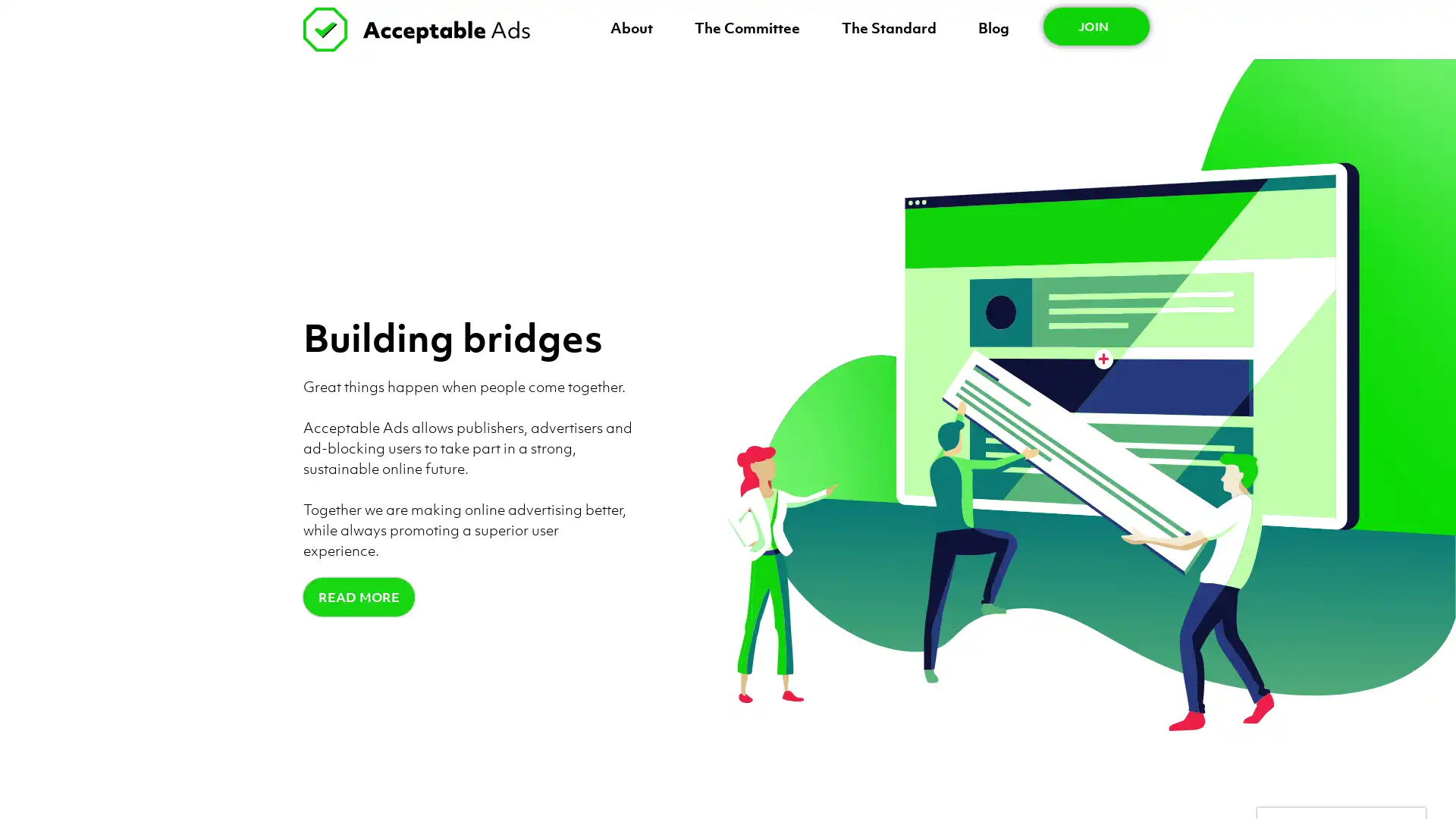  Describe the element at coordinates (358, 595) in the screenshot. I see `READ MORE` at that location.